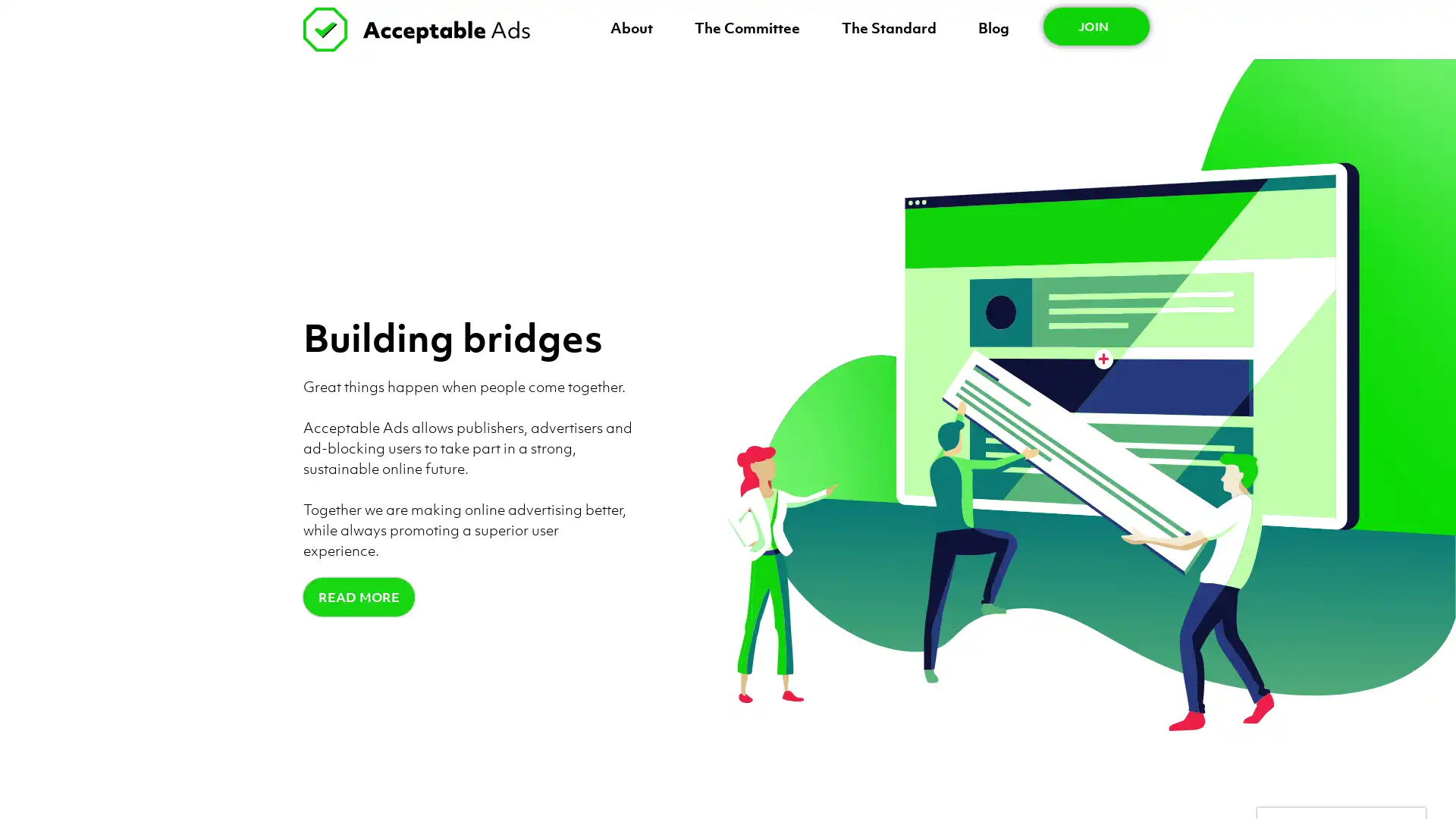  Describe the element at coordinates (358, 595) in the screenshot. I see `READ MORE` at that location.